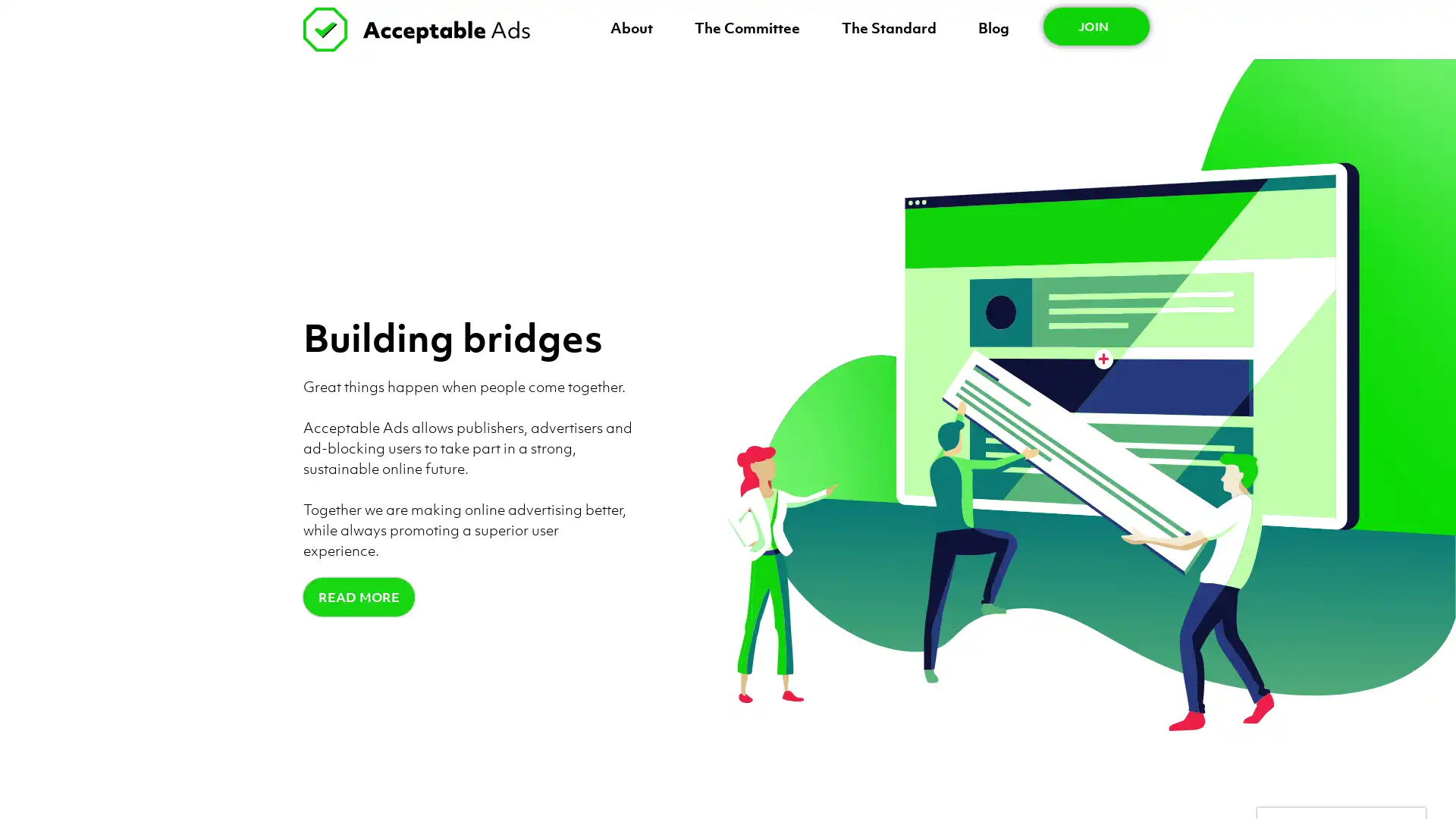  Describe the element at coordinates (358, 595) in the screenshot. I see `READ MORE` at that location.